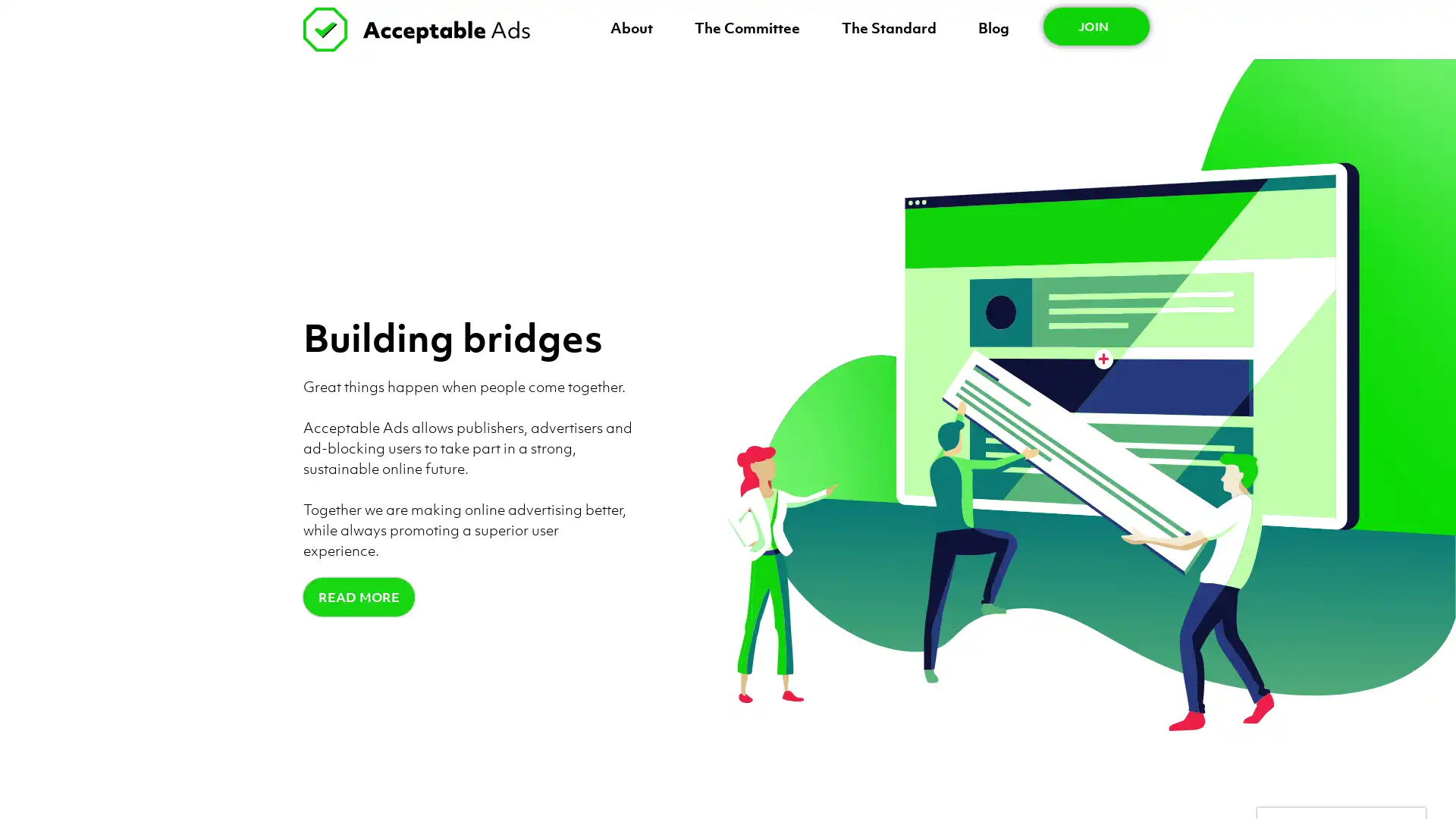  Describe the element at coordinates (358, 595) in the screenshot. I see `READ MORE` at that location.